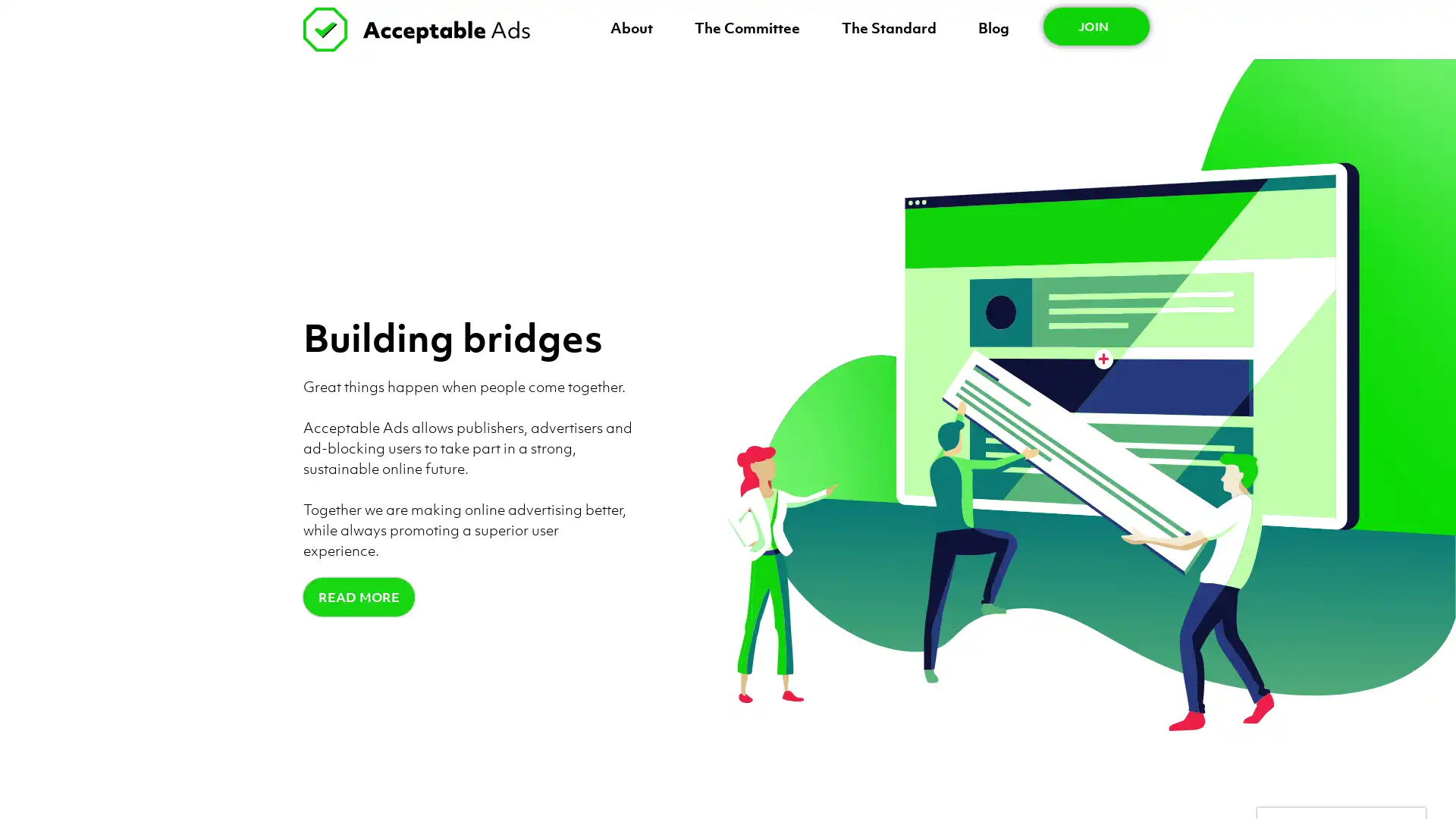  Describe the element at coordinates (358, 595) in the screenshot. I see `READ MORE` at that location.